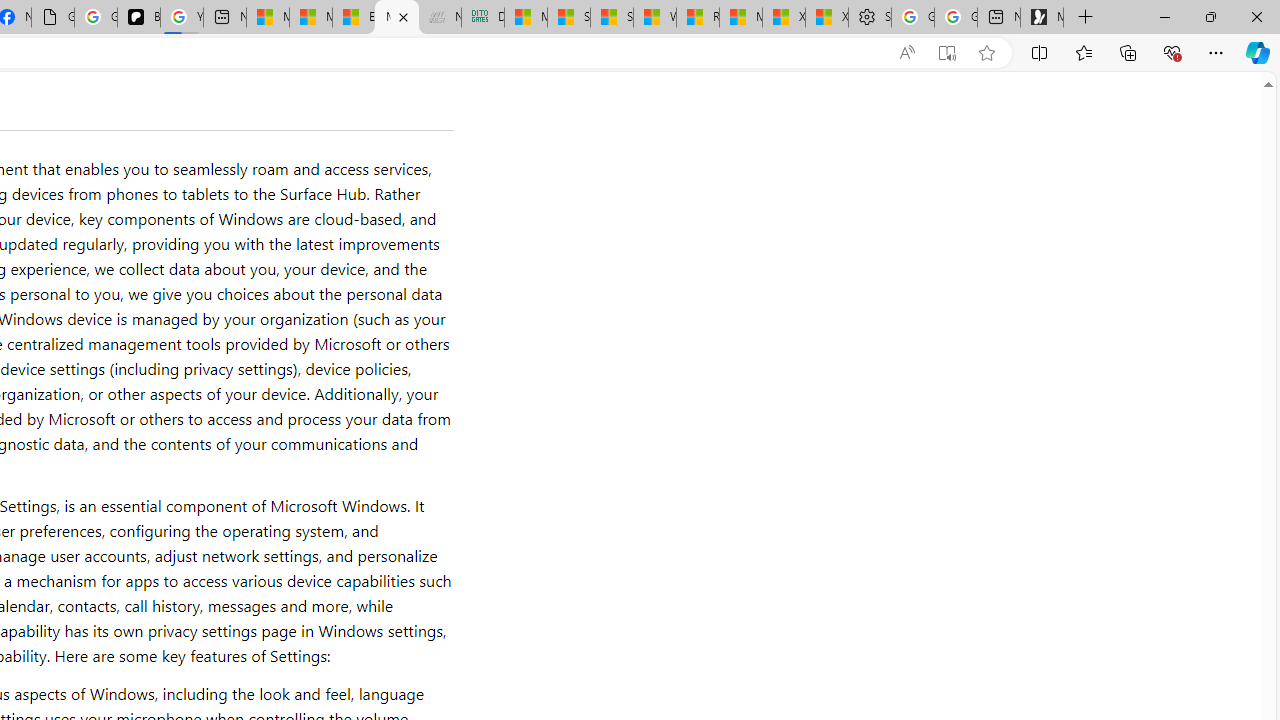  Describe the element at coordinates (353, 17) in the screenshot. I see `'Entertainment - MSN'` at that location.